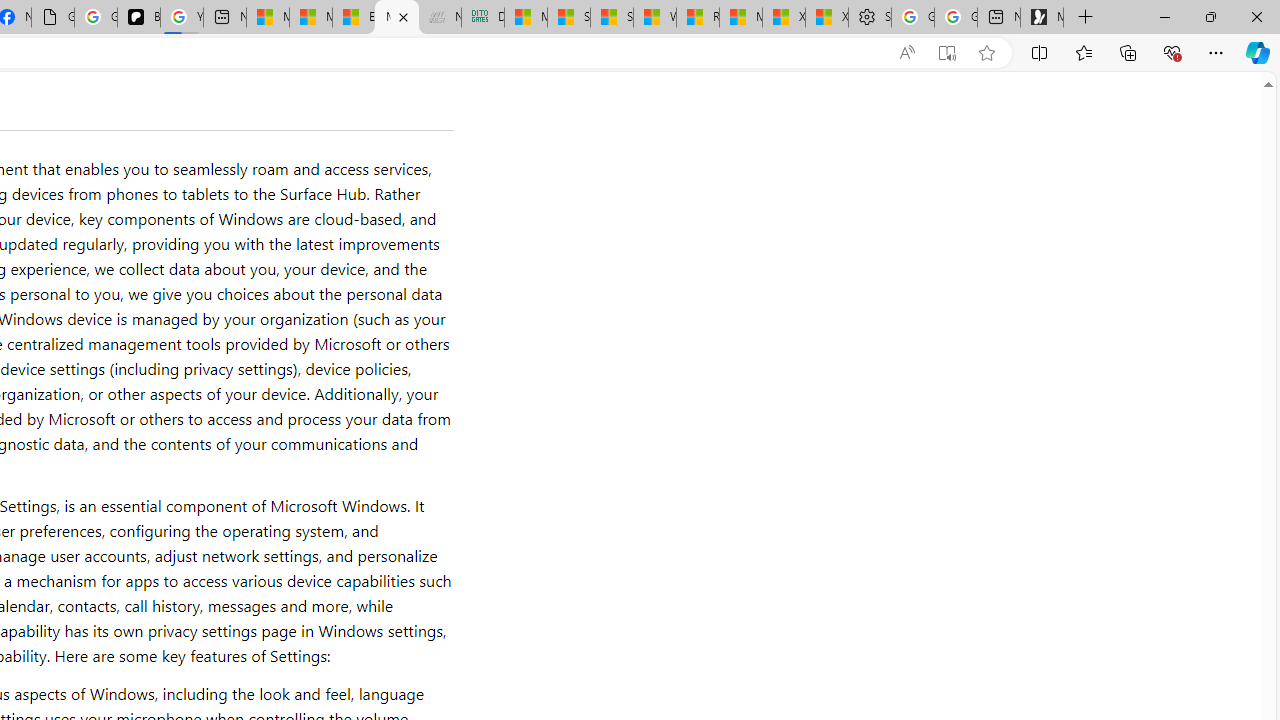  Describe the element at coordinates (353, 17) in the screenshot. I see `'Entertainment - MSN'` at that location.